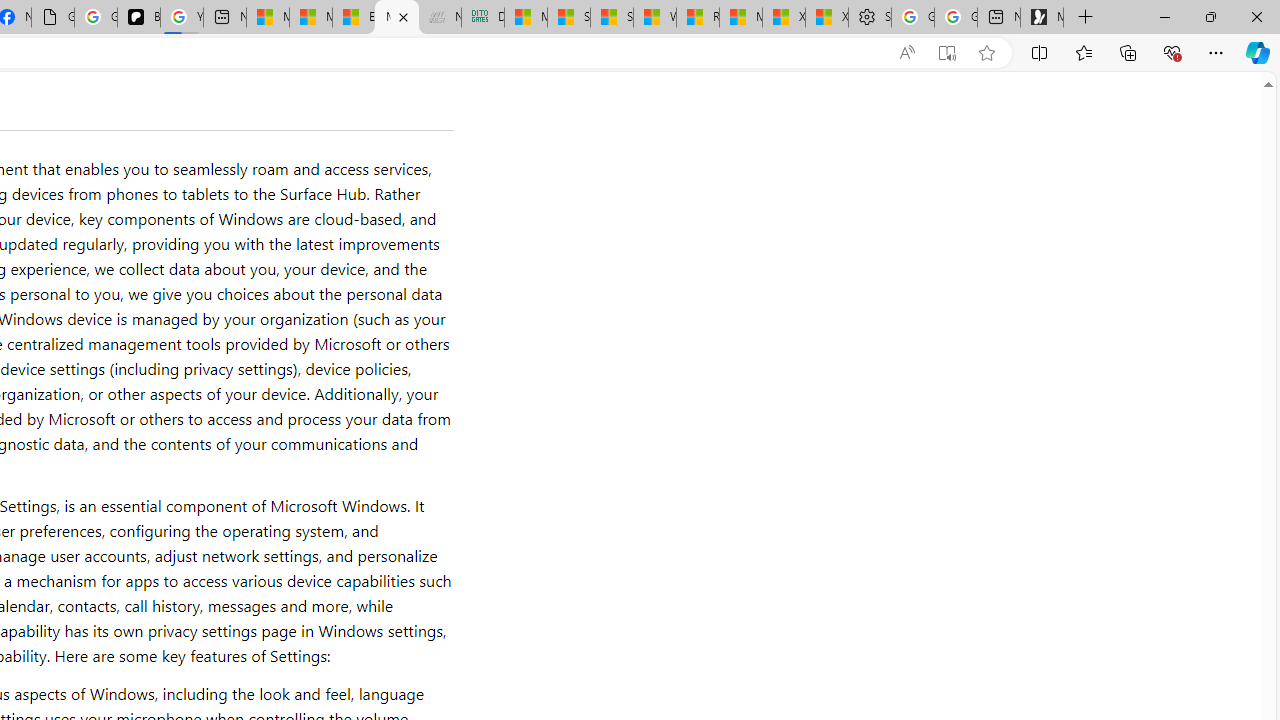  Describe the element at coordinates (353, 17) in the screenshot. I see `'Entertainment - MSN'` at that location.